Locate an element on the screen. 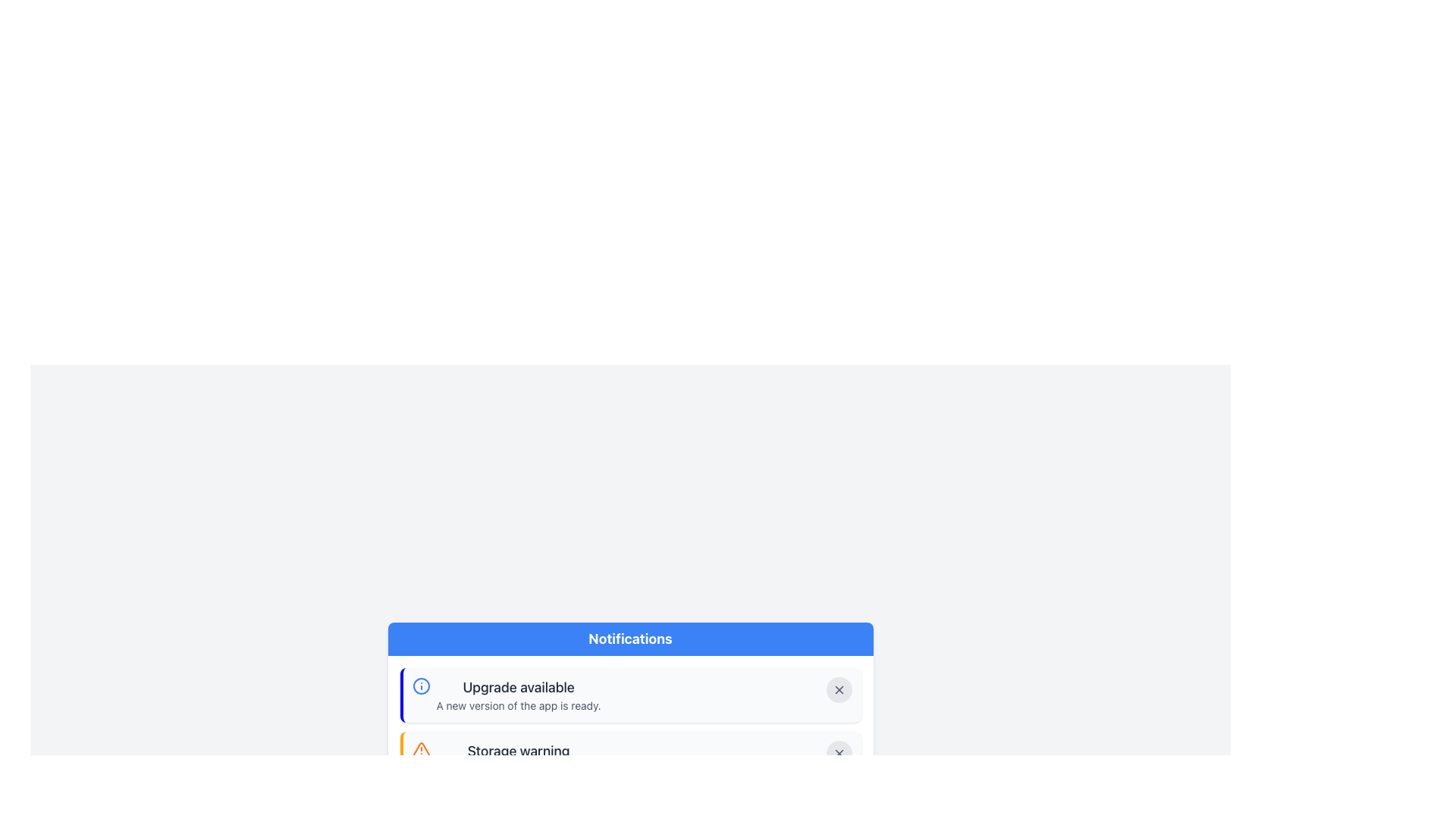 The image size is (1456, 819). information displayed in the Text Block with the heading 'Storage warning' and the message 'Your device storage is almost full.' is located at coordinates (518, 759).